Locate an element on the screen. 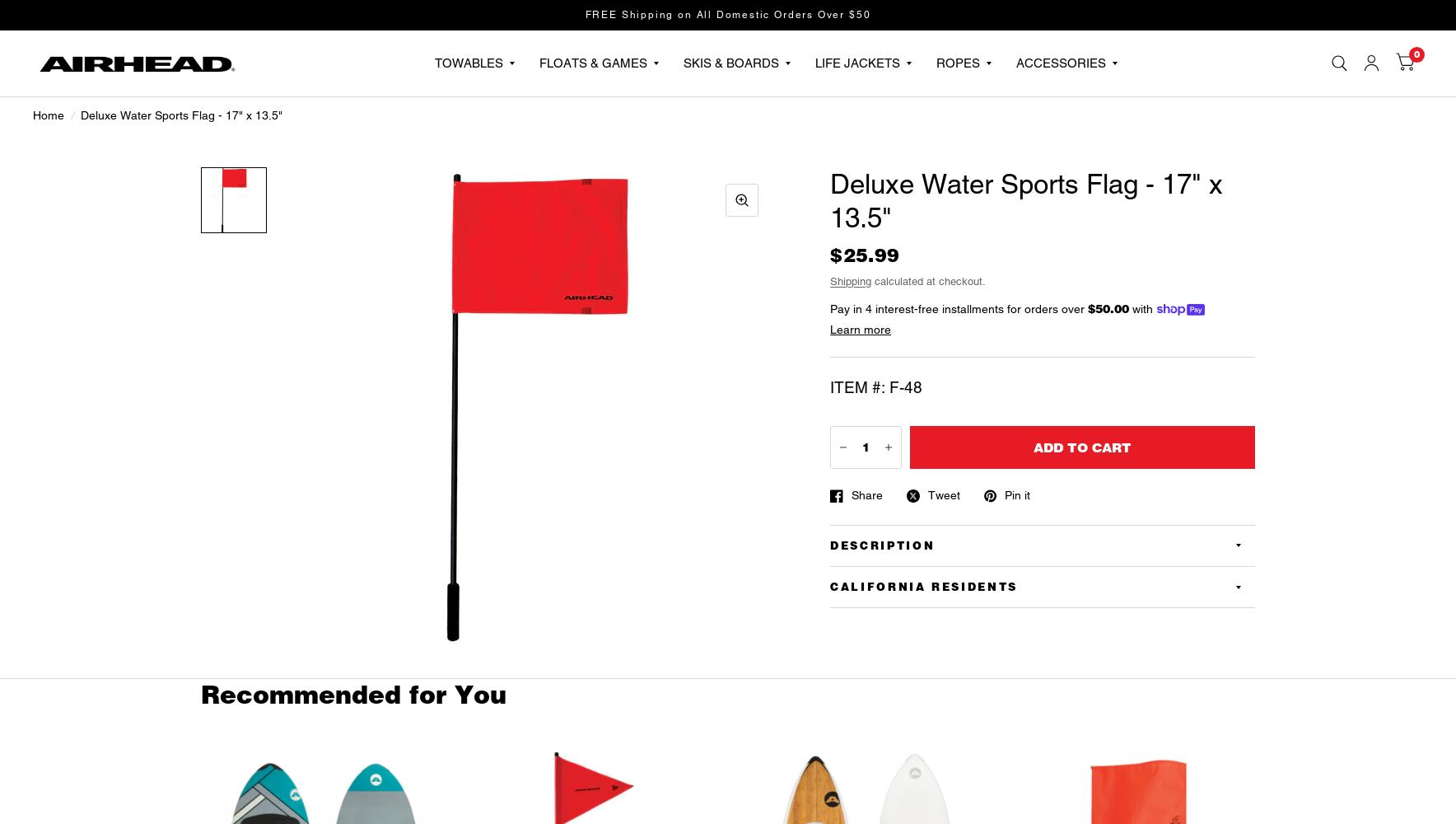 This screenshot has width=1456, height=824. 'Description' is located at coordinates (881, 545).